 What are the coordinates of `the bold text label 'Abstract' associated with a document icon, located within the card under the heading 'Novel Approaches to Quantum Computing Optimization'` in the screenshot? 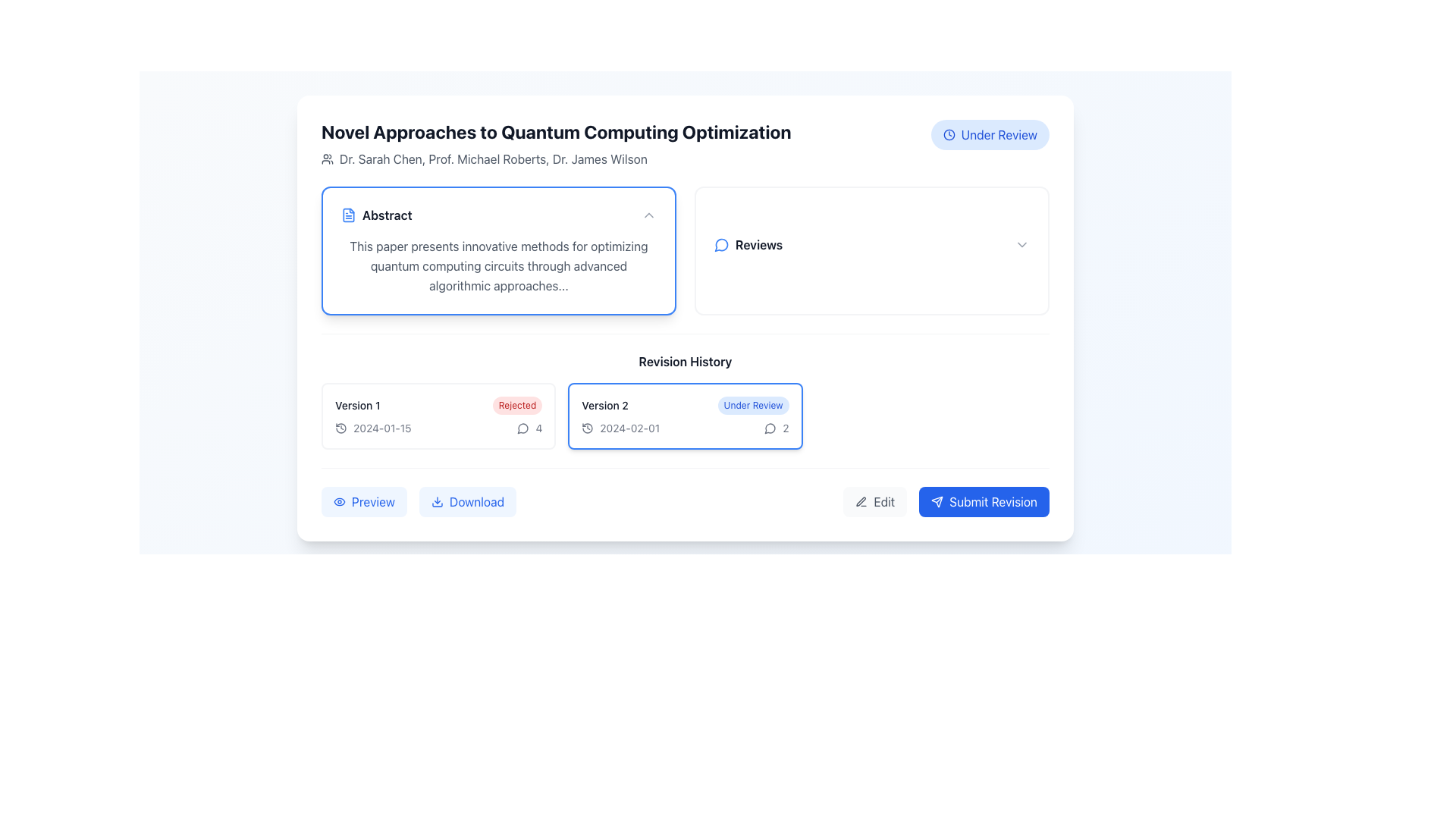 It's located at (387, 215).